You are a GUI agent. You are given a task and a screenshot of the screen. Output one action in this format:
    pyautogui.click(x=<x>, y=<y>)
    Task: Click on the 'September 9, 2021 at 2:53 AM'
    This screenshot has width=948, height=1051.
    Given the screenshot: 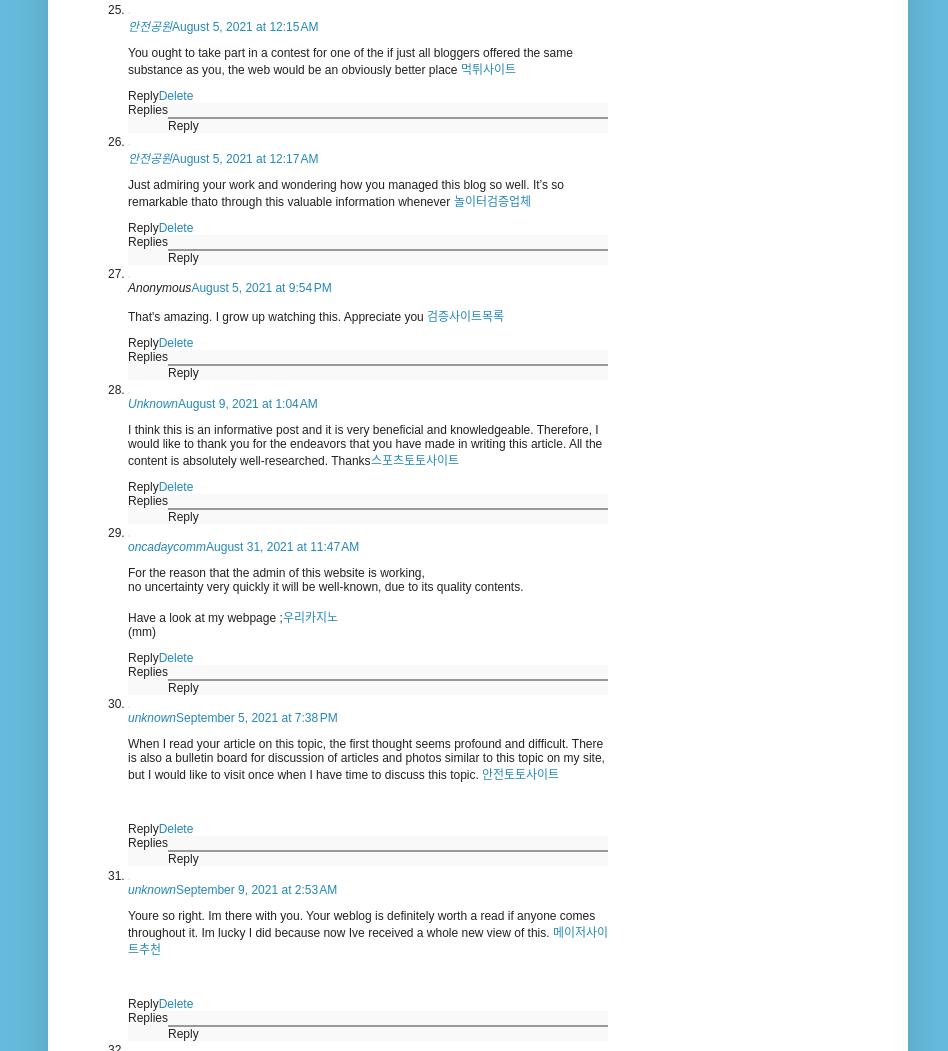 What is the action you would take?
    pyautogui.click(x=256, y=888)
    